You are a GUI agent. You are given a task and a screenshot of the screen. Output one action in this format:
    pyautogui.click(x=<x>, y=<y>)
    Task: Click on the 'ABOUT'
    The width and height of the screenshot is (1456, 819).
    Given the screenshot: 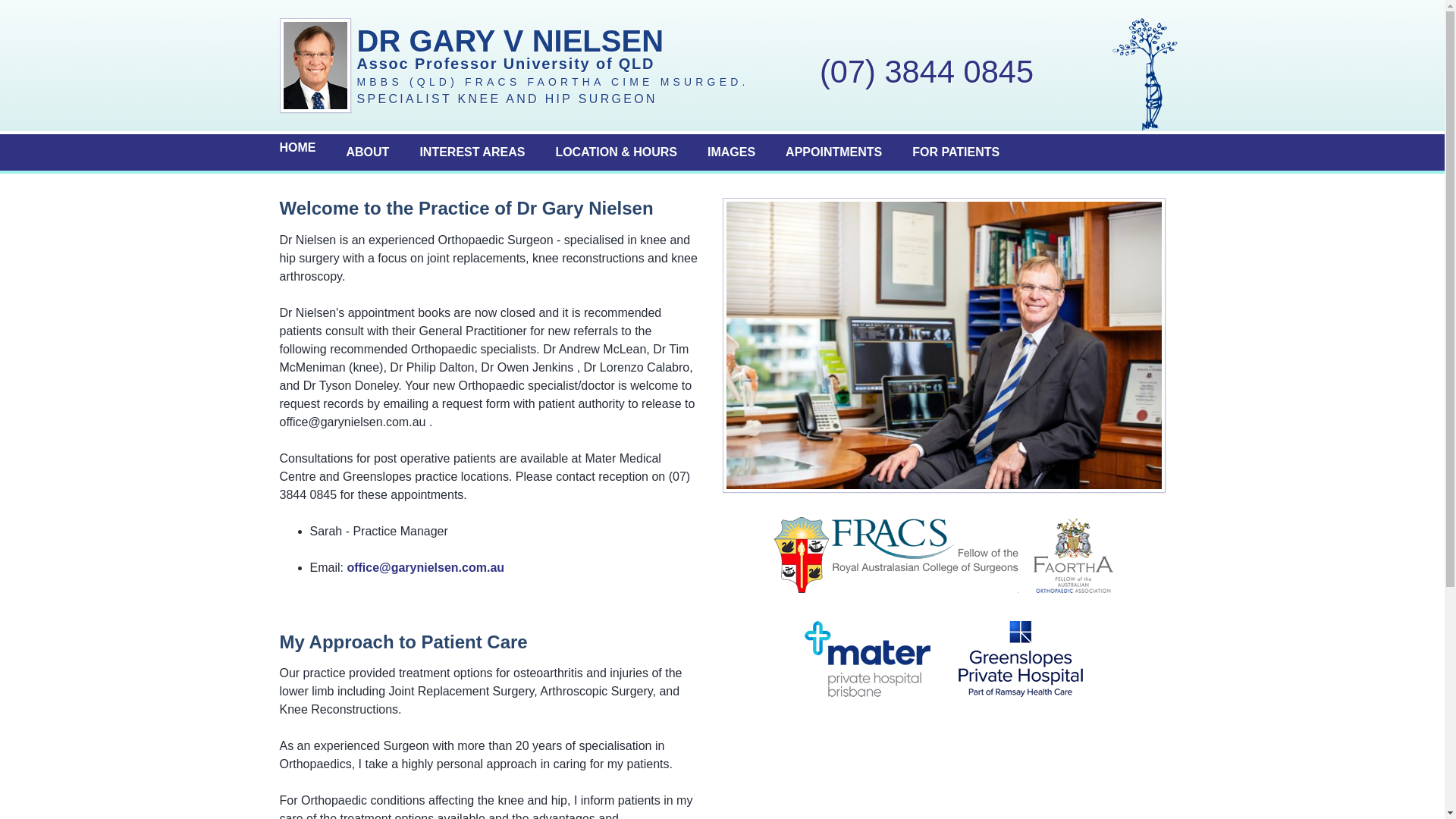 What is the action you would take?
    pyautogui.click(x=367, y=152)
    